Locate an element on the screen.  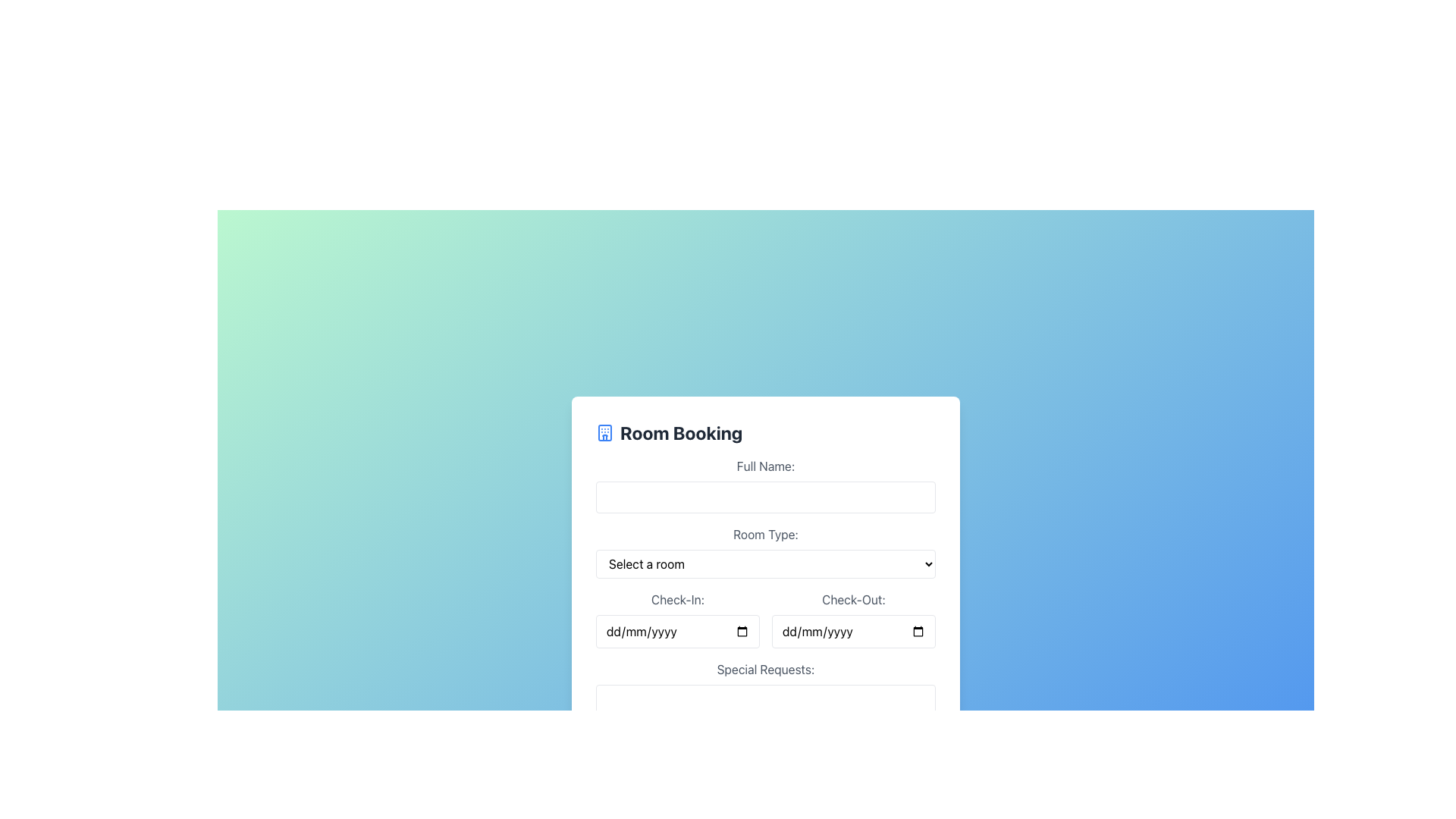
a date using the date picker in the Date input field located below the 'Check-In:' label and aligned with the 'Check-Out' date field is located at coordinates (676, 632).